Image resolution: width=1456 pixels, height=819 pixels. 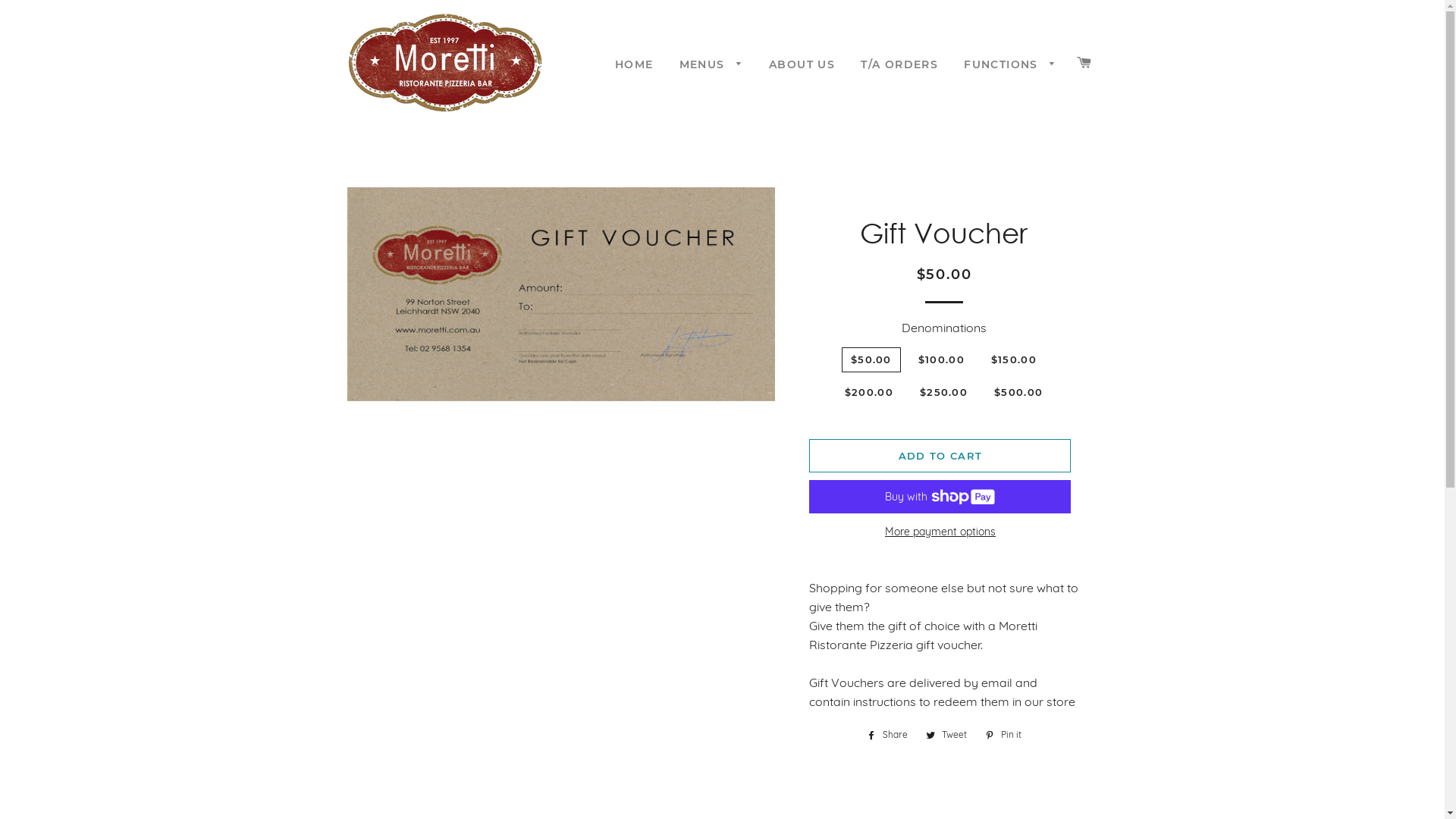 I want to click on 'Pin it, so click(x=977, y=733).